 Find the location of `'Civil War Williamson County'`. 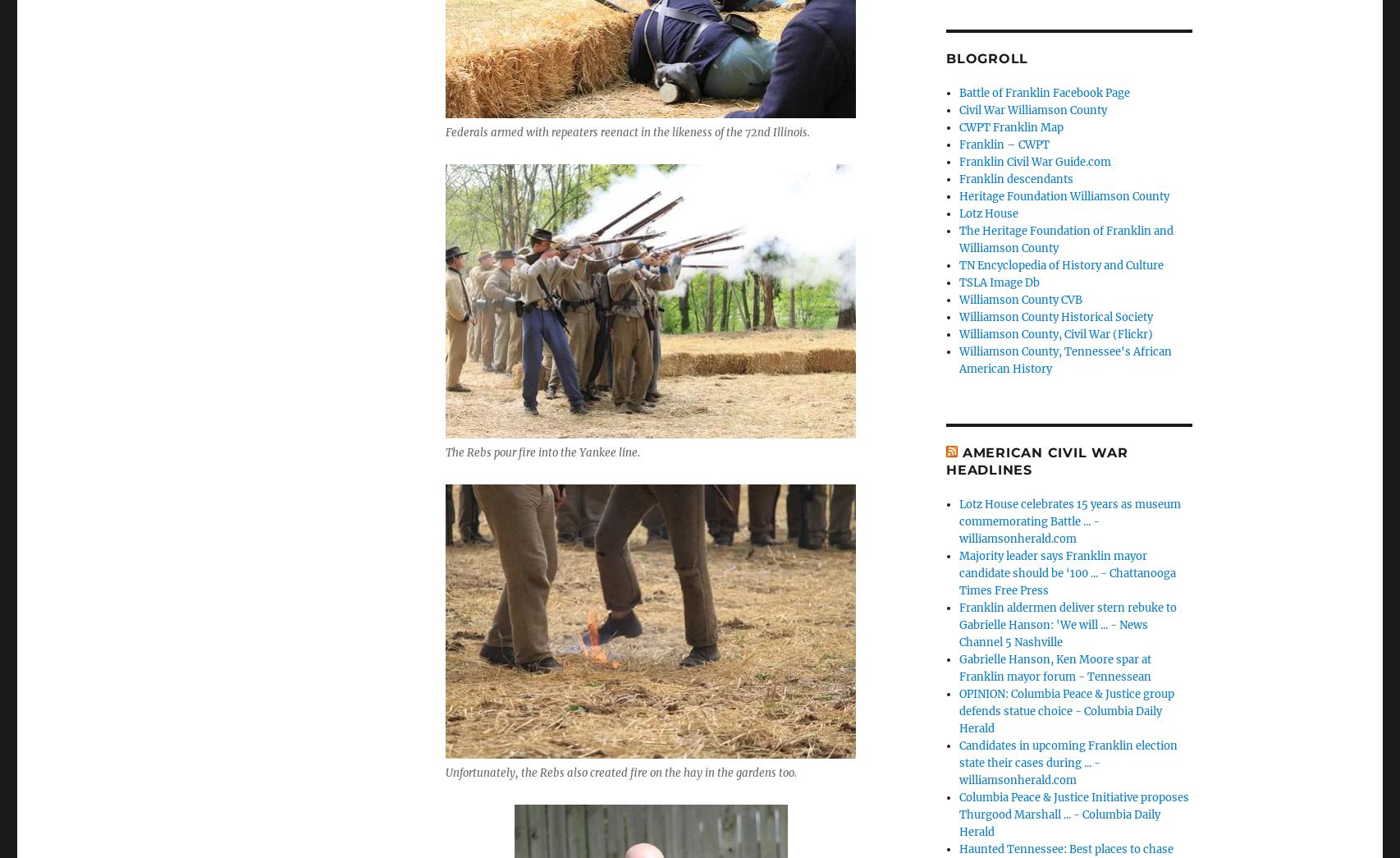

'Civil War Williamson County' is located at coordinates (1033, 108).